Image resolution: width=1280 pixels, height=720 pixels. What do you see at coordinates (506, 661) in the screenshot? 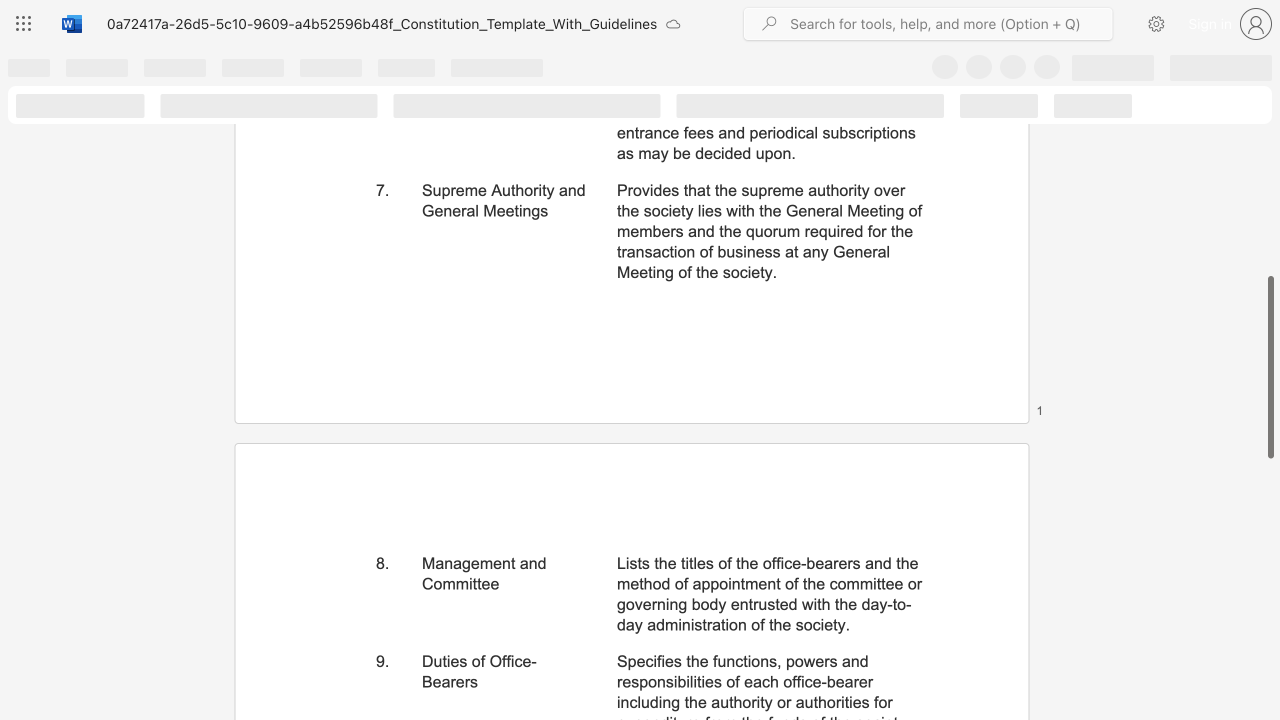
I see `the subset text "fice-Bea" within the text "Duties of Office-Bearers"` at bounding box center [506, 661].